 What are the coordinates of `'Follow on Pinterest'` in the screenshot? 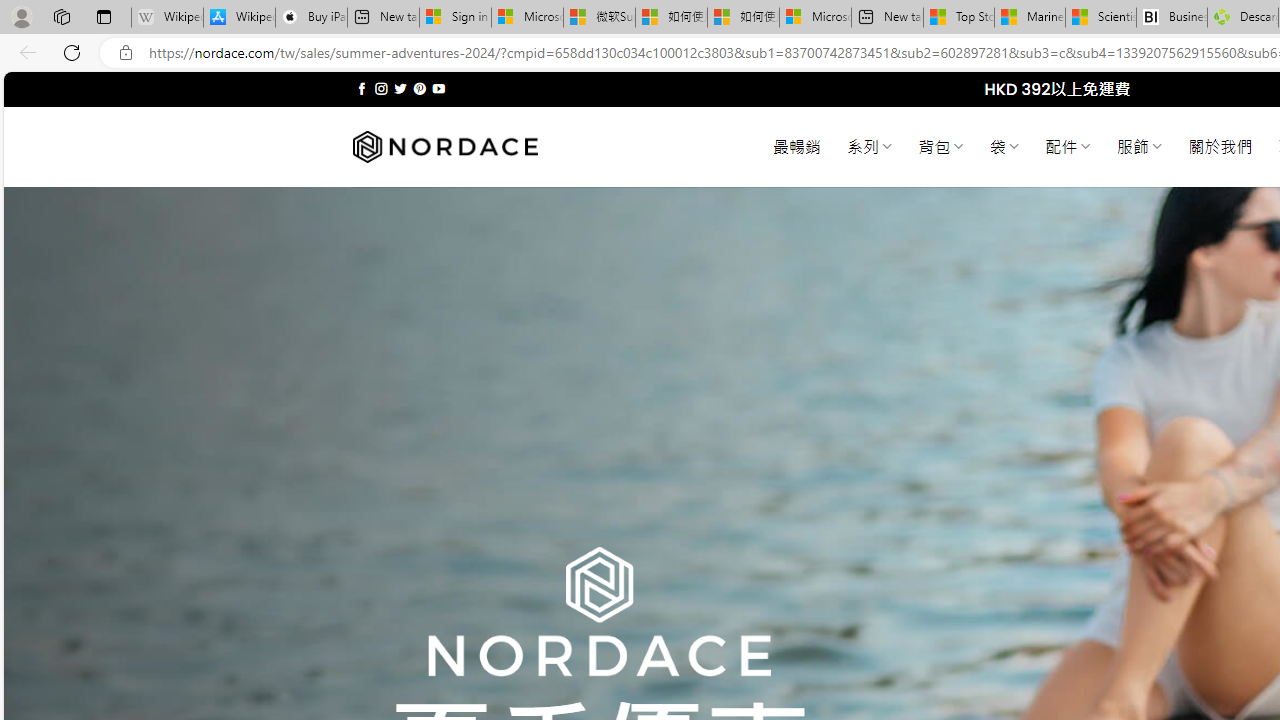 It's located at (418, 88).